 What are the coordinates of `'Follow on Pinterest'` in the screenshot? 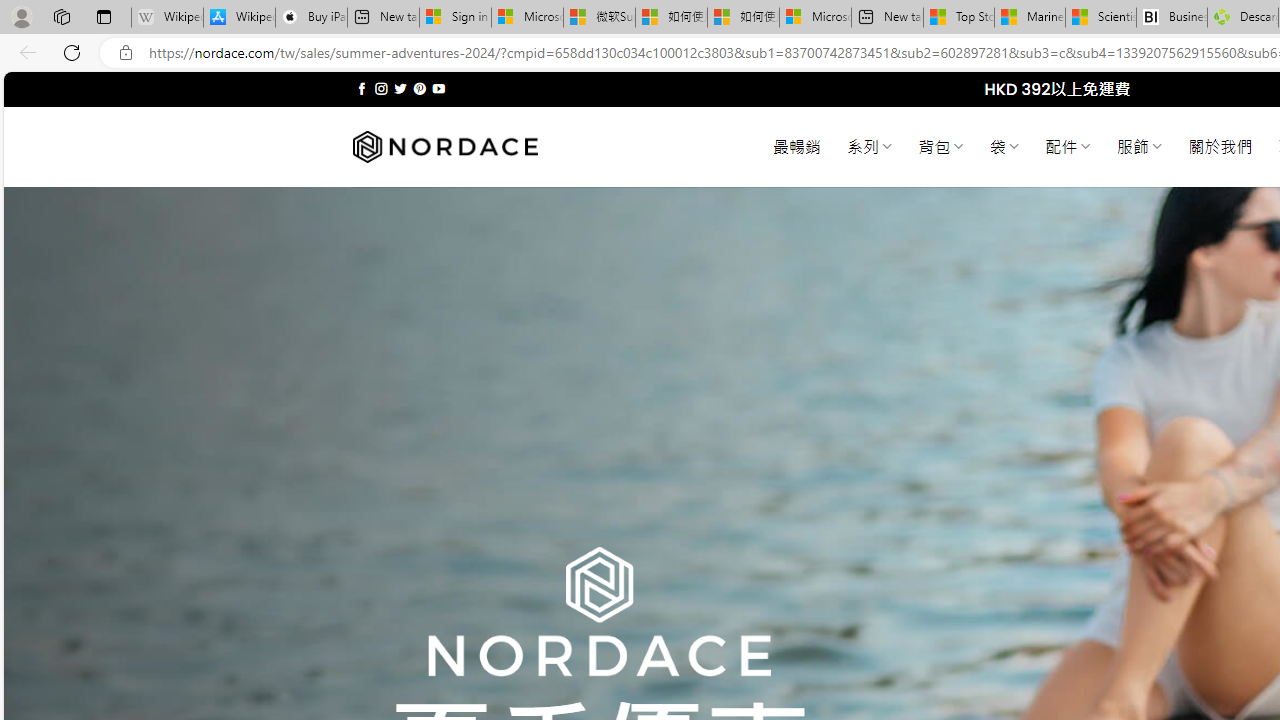 It's located at (418, 88).